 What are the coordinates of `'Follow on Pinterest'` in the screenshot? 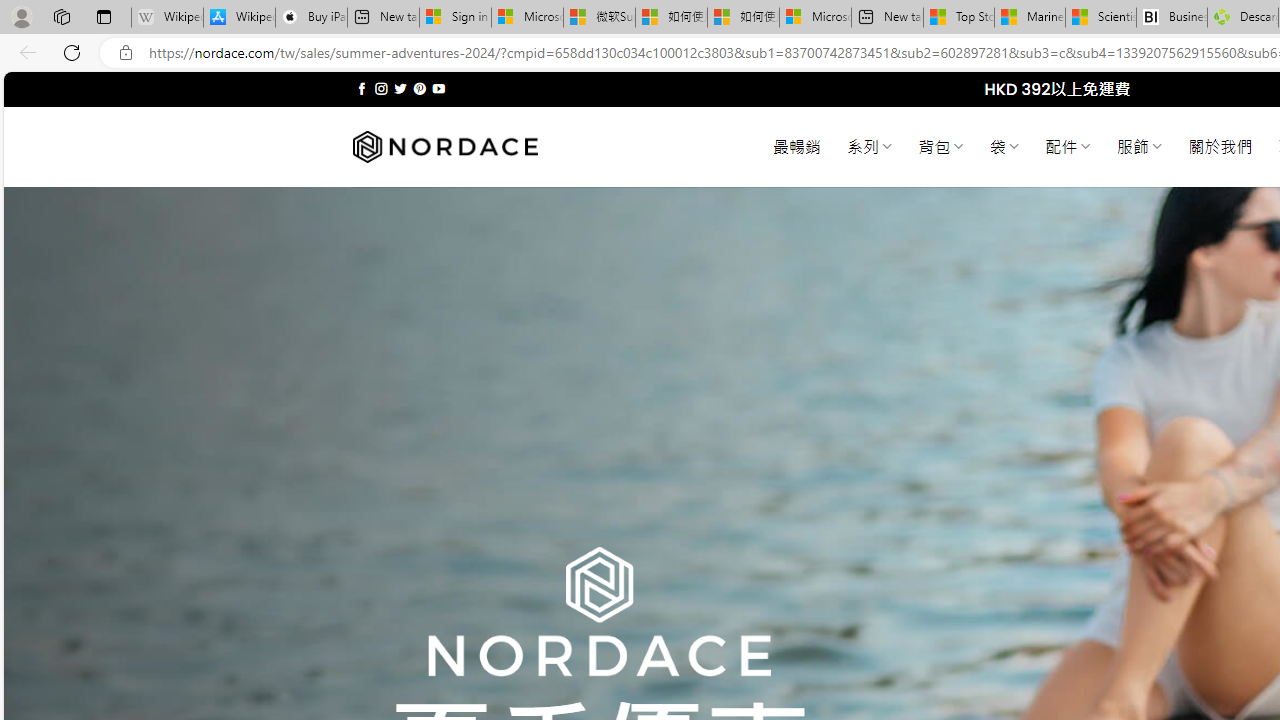 It's located at (418, 88).